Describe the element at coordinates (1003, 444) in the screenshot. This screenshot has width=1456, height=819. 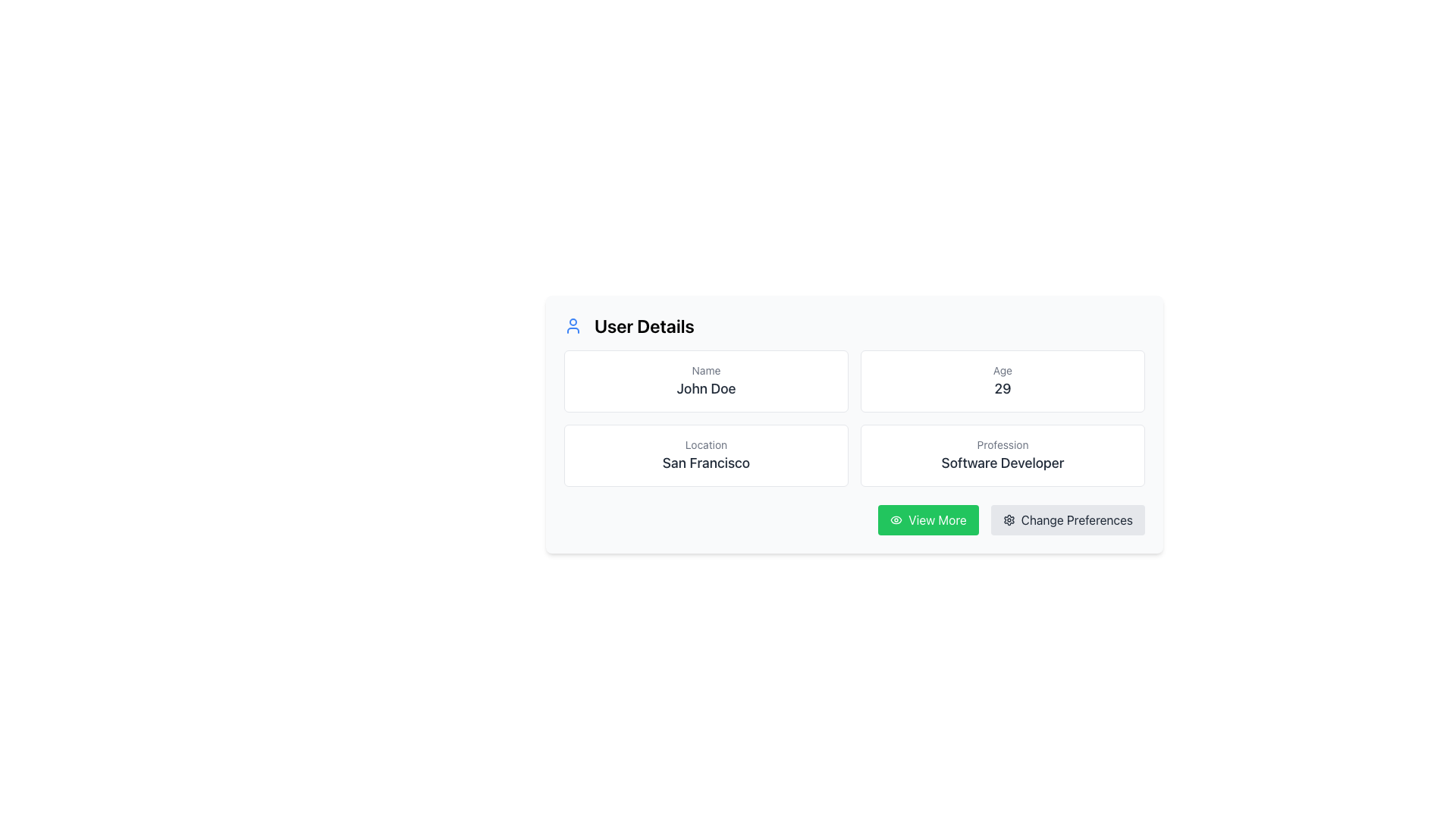
I see `the descriptive label that provides context for the profession details, located above the text 'Software Developer' in the bottom-right corner of the user detail sections` at that location.